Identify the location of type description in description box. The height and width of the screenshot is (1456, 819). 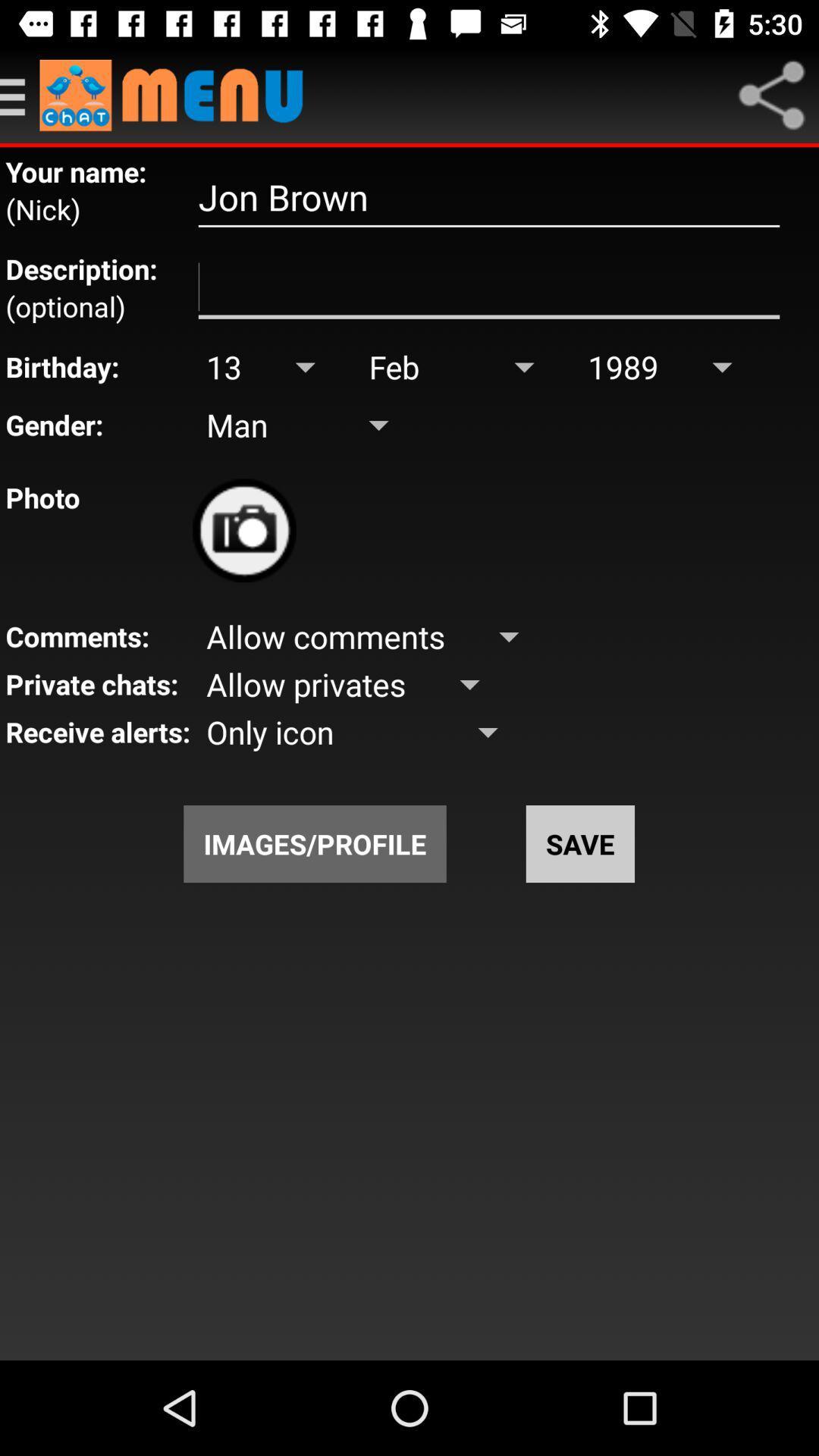
(488, 287).